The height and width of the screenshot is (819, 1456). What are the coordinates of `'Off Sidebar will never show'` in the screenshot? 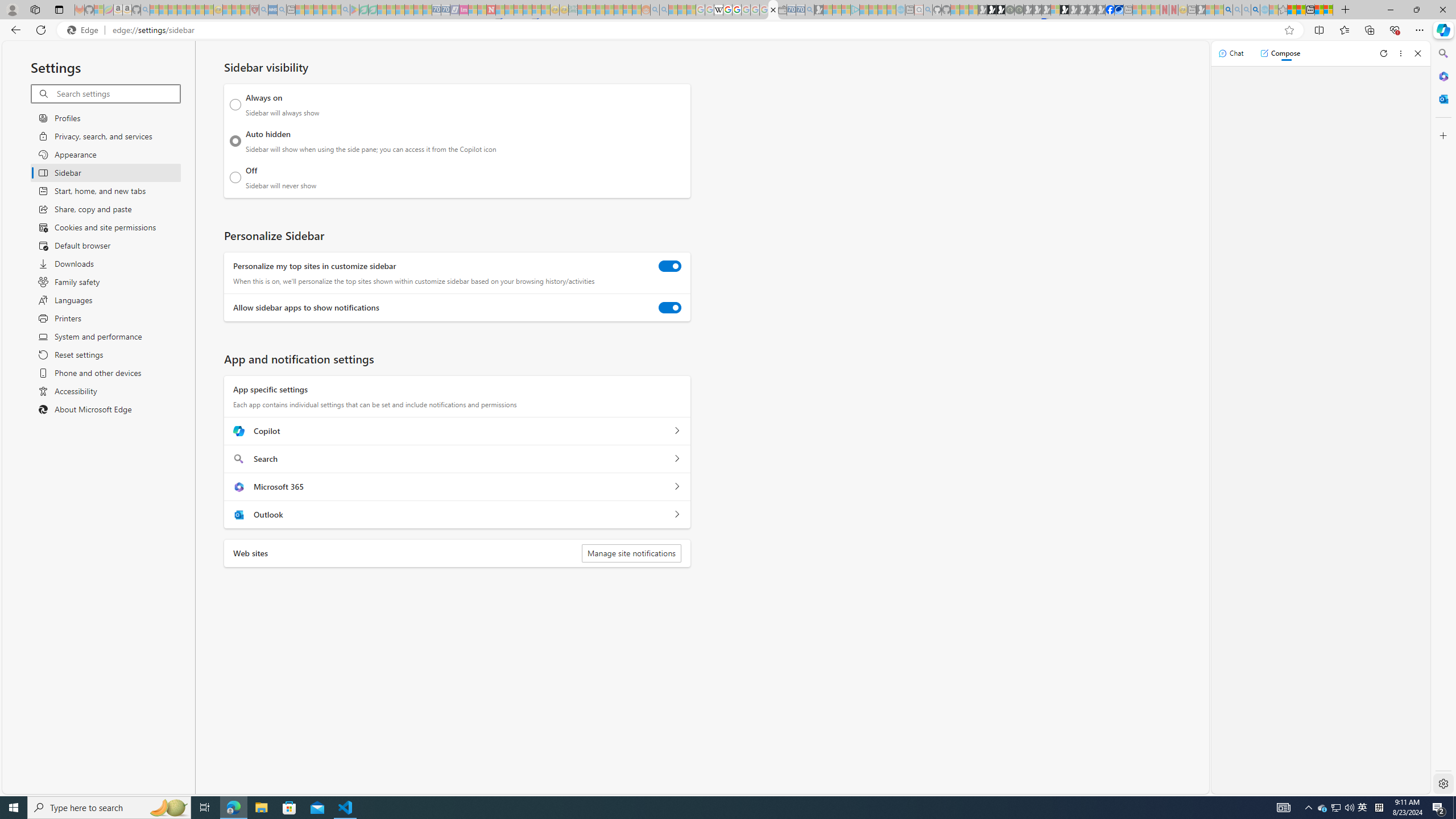 It's located at (235, 177).